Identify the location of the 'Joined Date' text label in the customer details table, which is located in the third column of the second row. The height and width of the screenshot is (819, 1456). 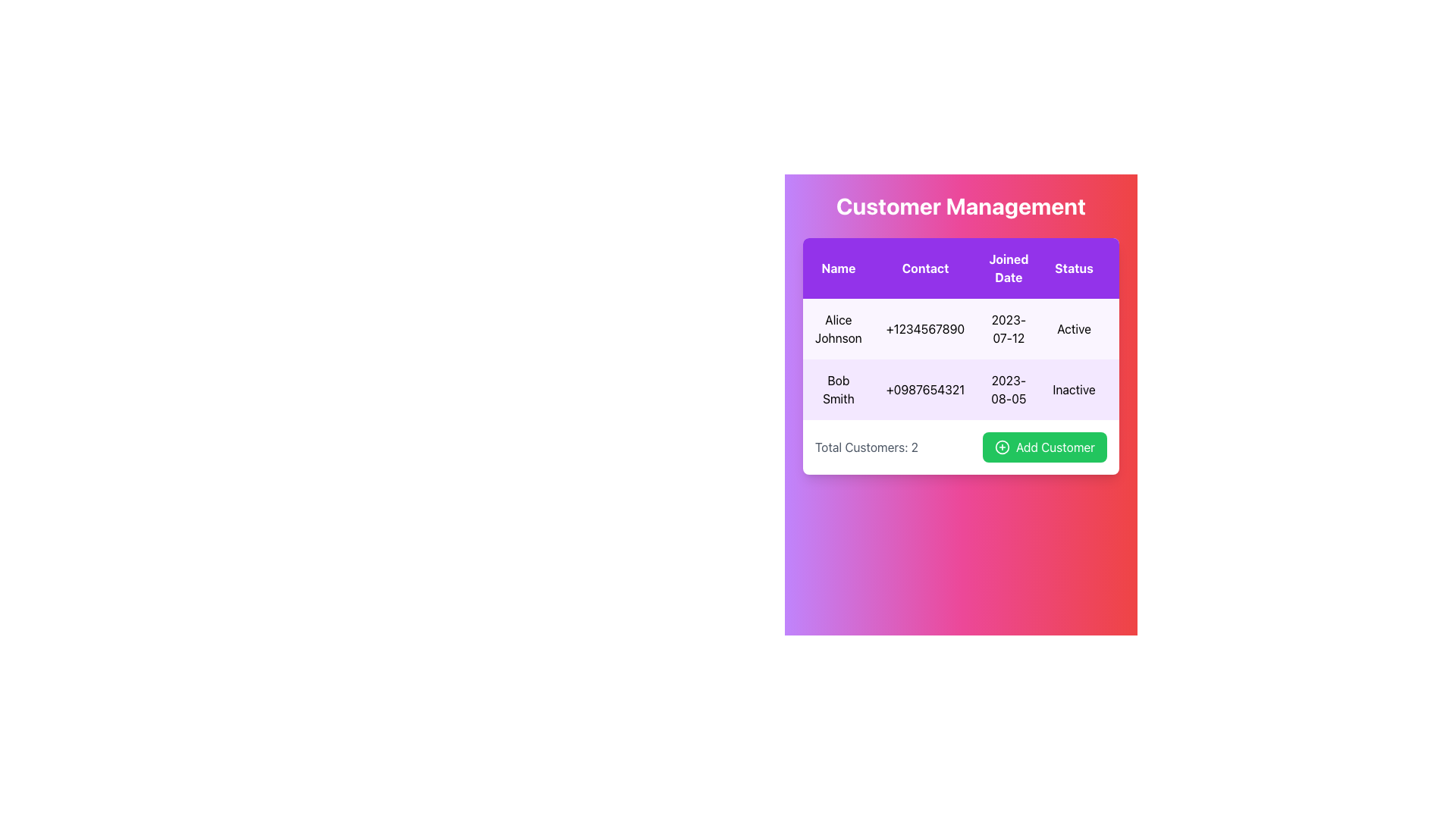
(1009, 388).